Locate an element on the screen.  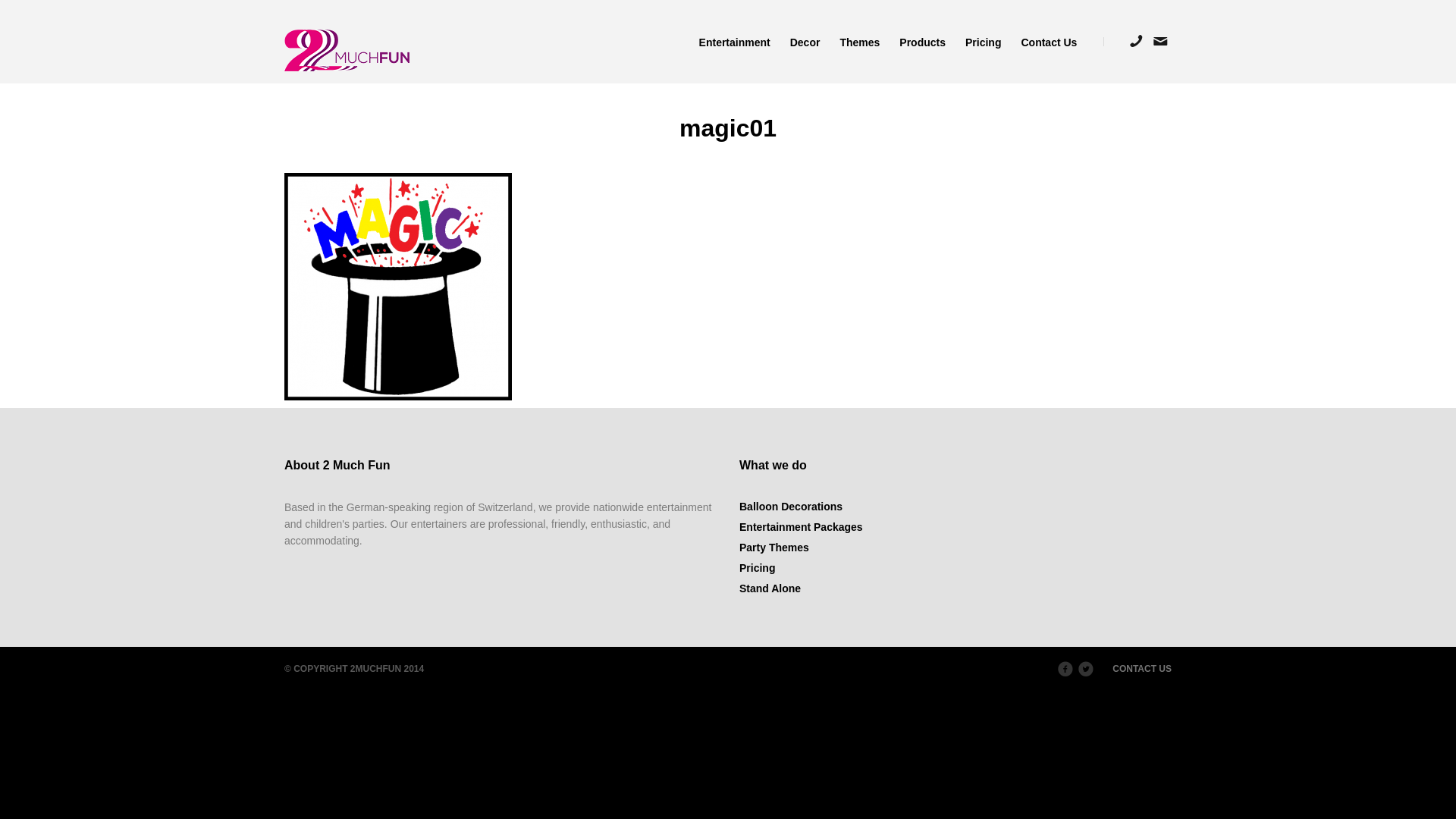
'Pricing' is located at coordinates (954, 40).